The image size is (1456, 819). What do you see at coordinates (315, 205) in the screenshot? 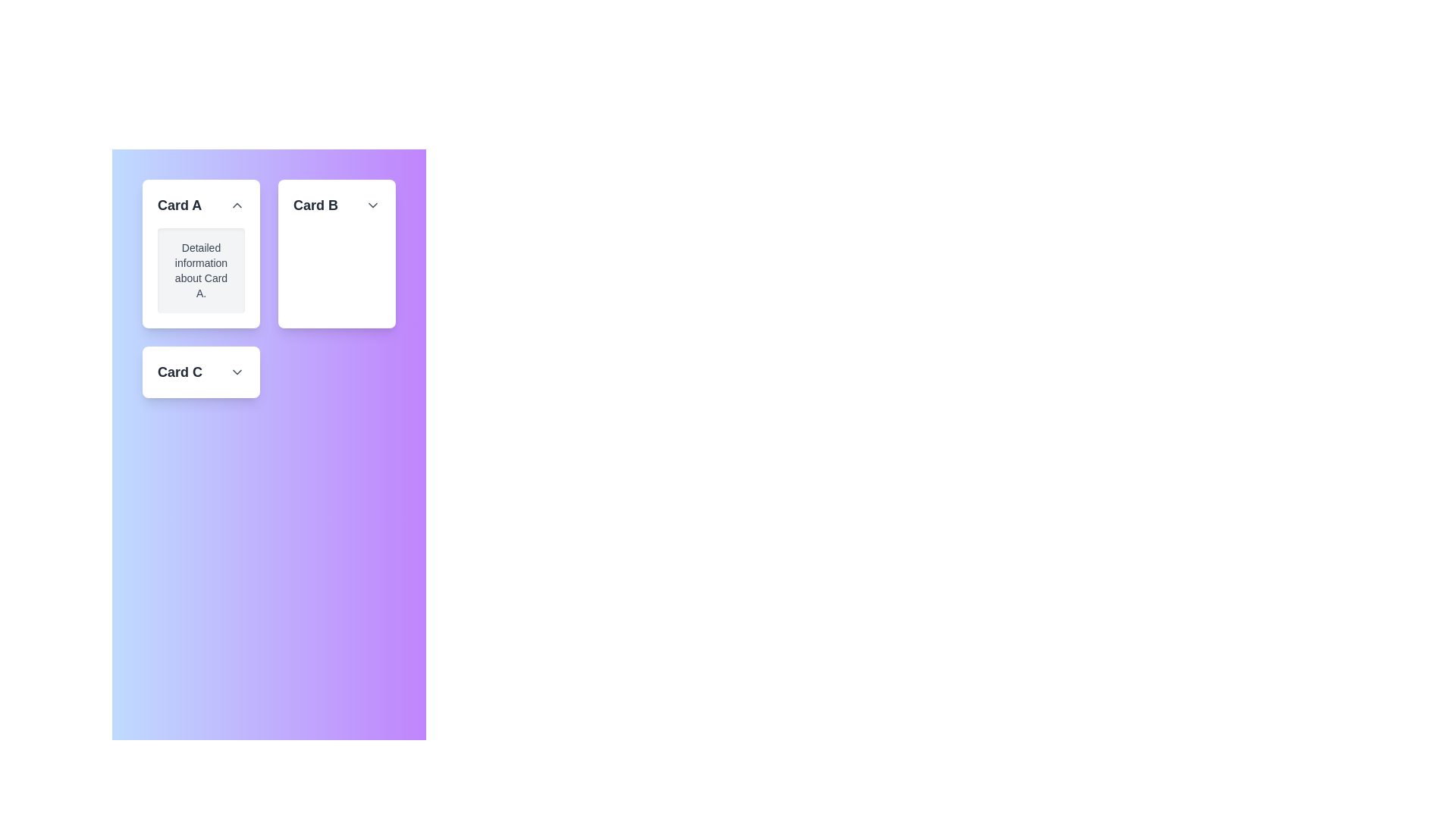
I see `the static text label that serves as the title for Card B, which is centrally aligned at the top of the card` at bounding box center [315, 205].